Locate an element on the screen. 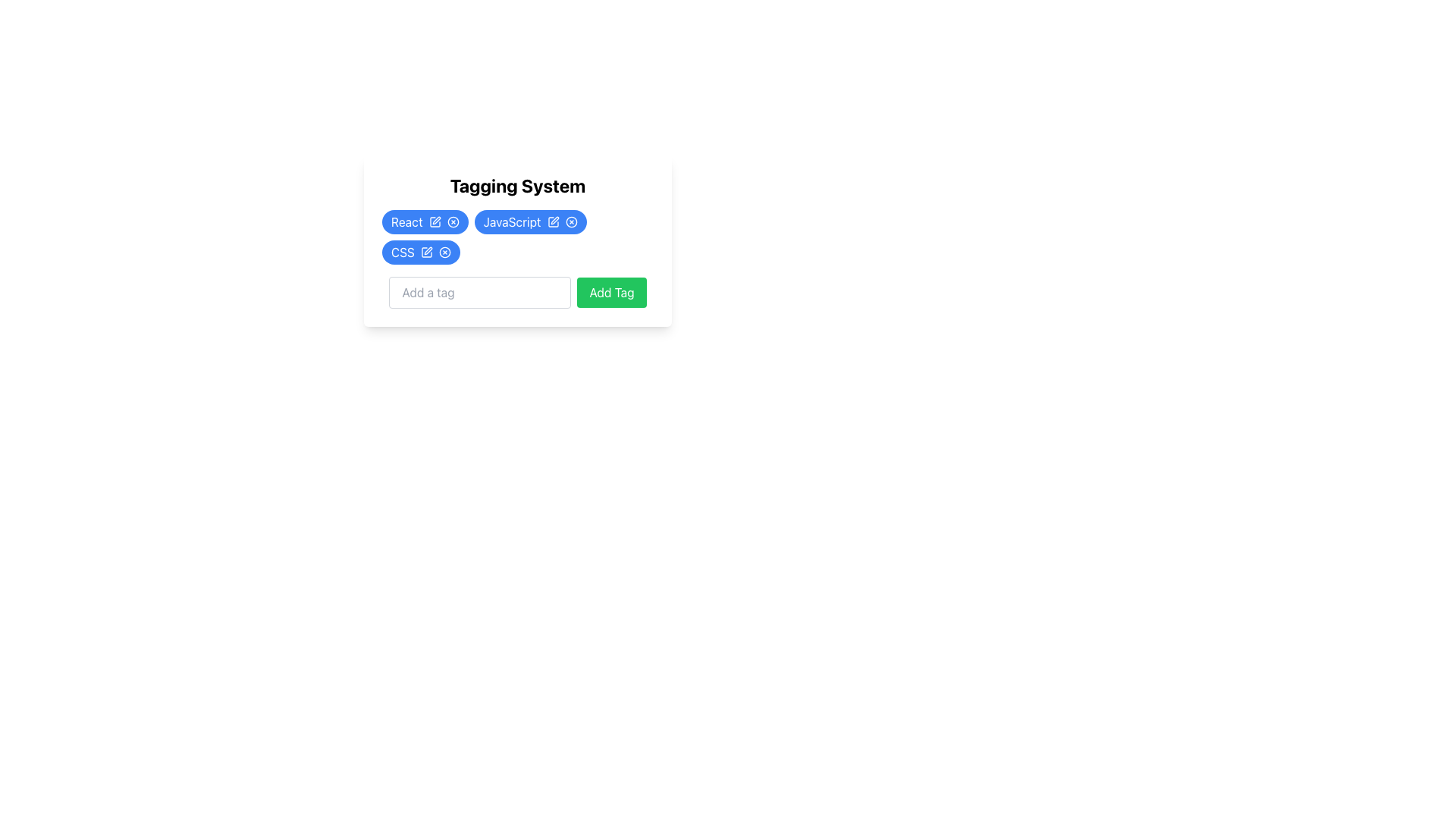 This screenshot has height=819, width=1456. the pen icon button is located at coordinates (425, 251).